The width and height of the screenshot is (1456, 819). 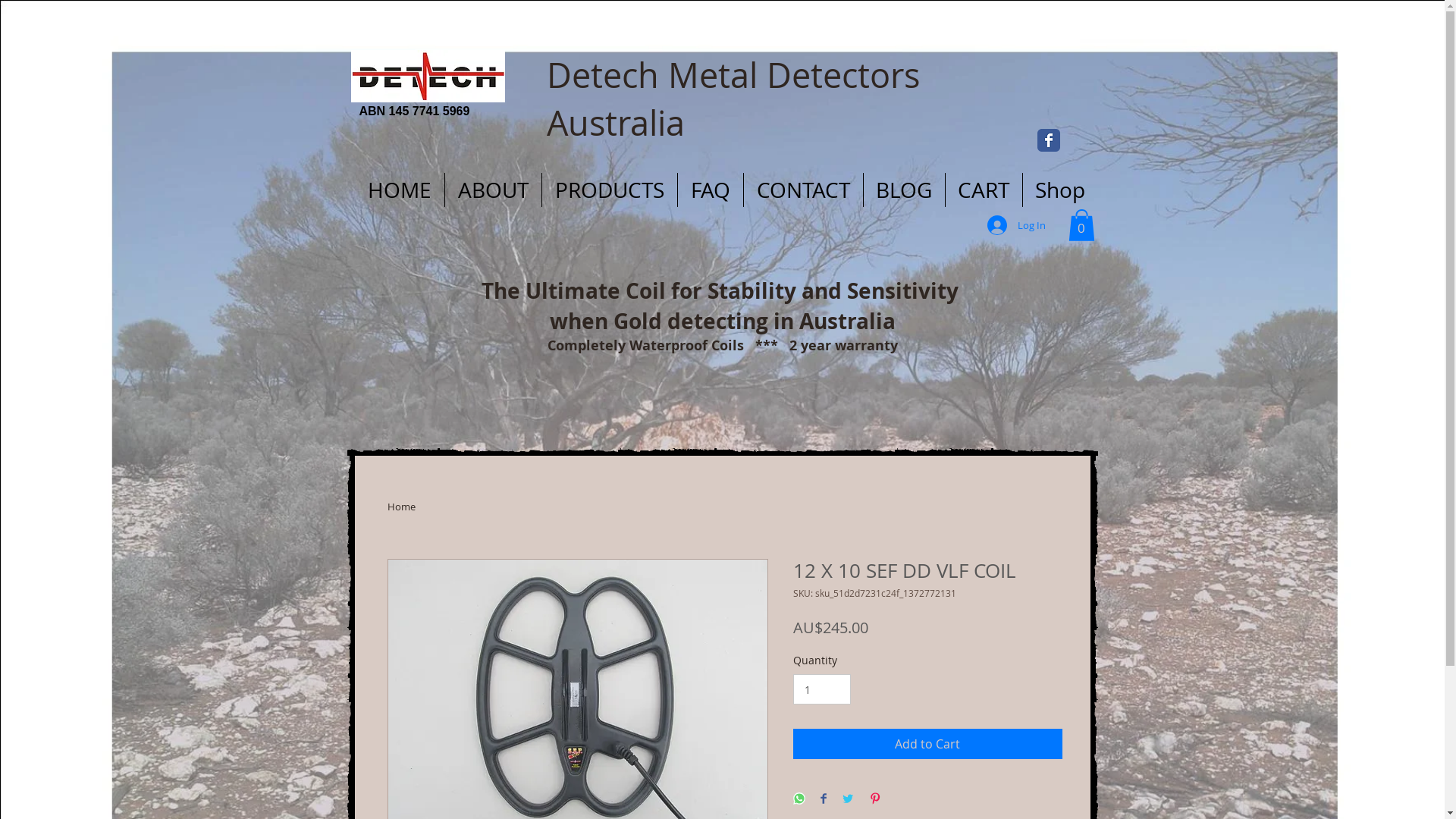 What do you see at coordinates (492, 189) in the screenshot?
I see `'ABOUT'` at bounding box center [492, 189].